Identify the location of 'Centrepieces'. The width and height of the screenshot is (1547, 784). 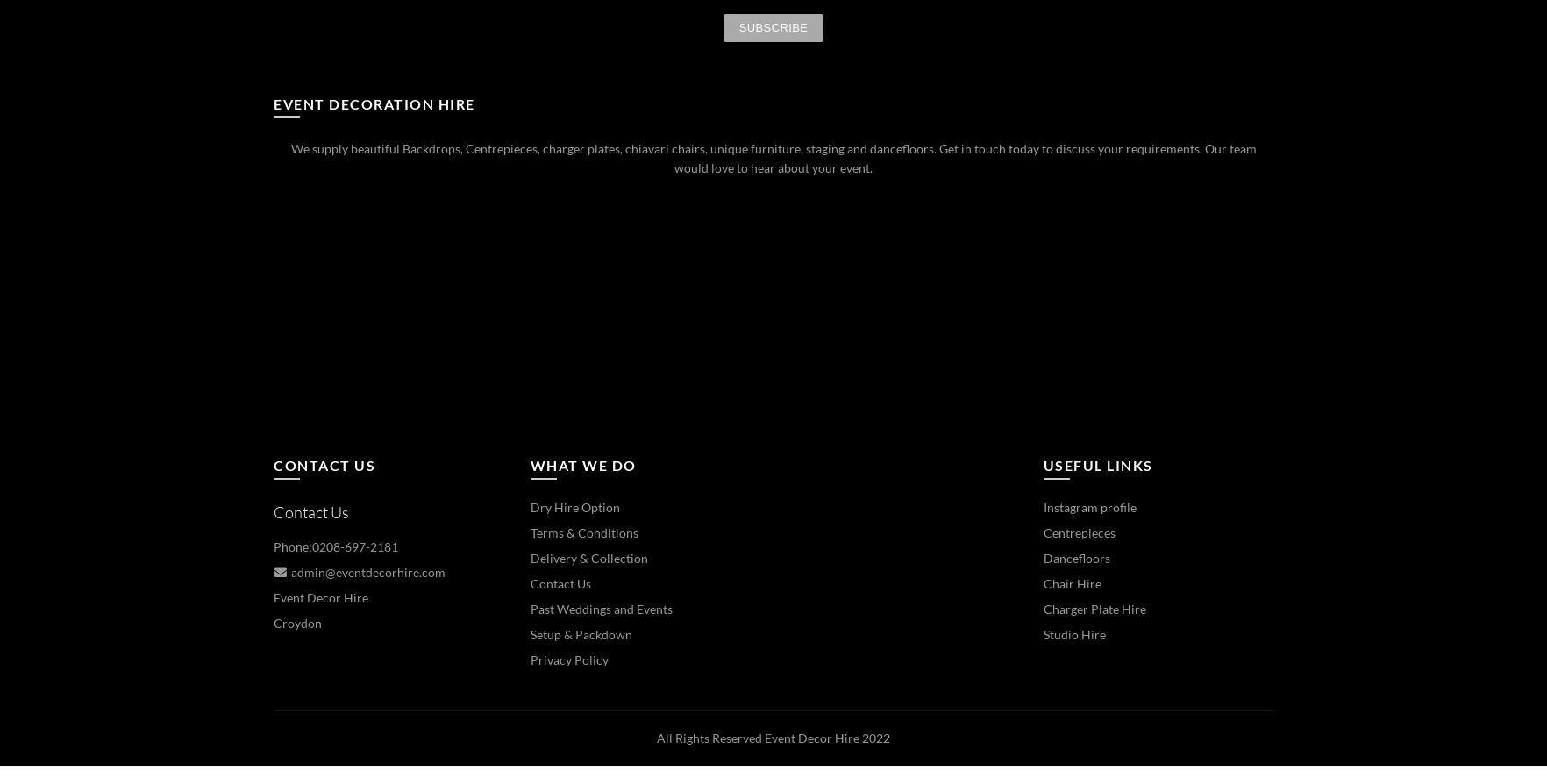
(1079, 531).